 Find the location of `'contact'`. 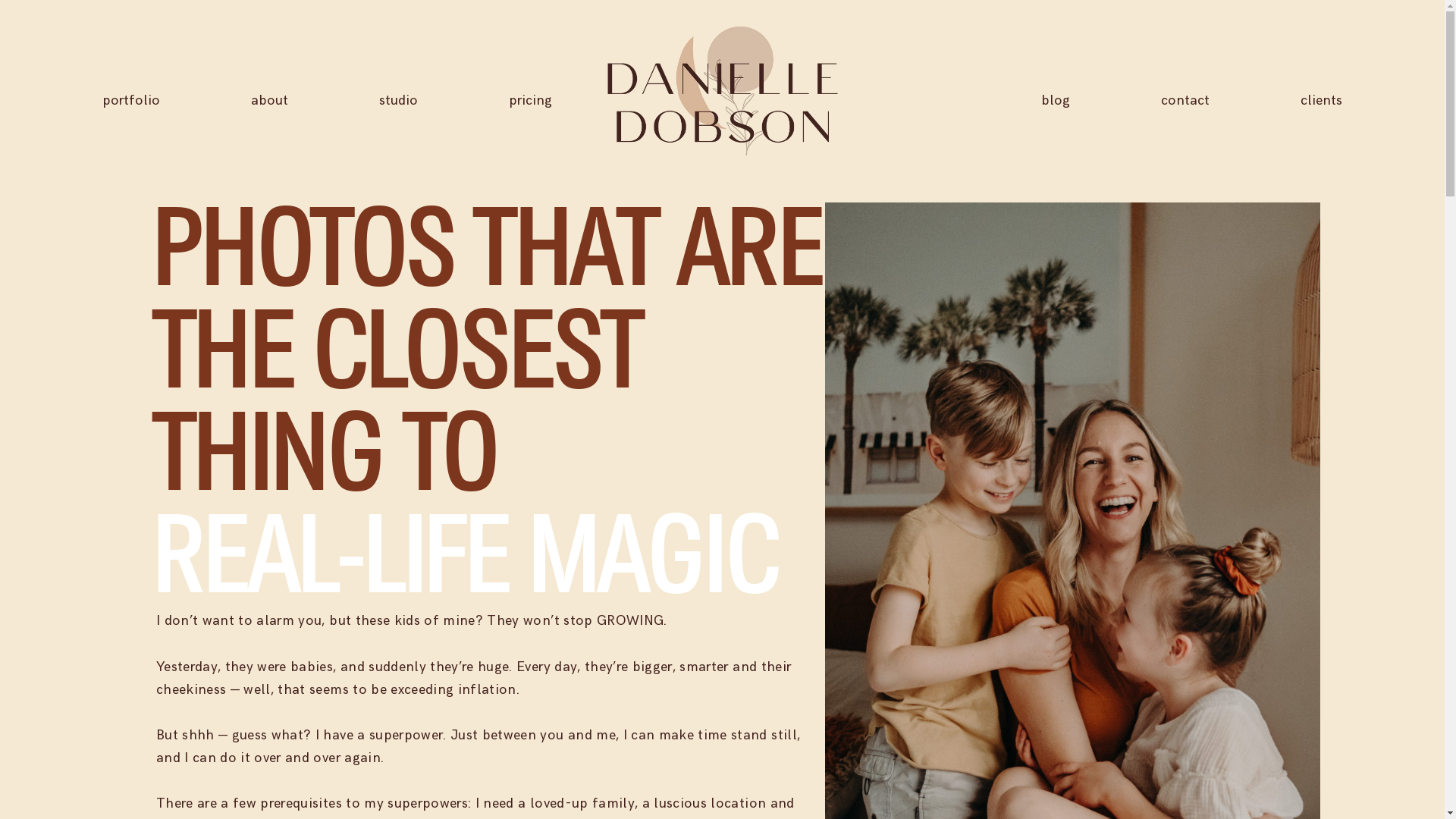

'contact' is located at coordinates (1185, 100).